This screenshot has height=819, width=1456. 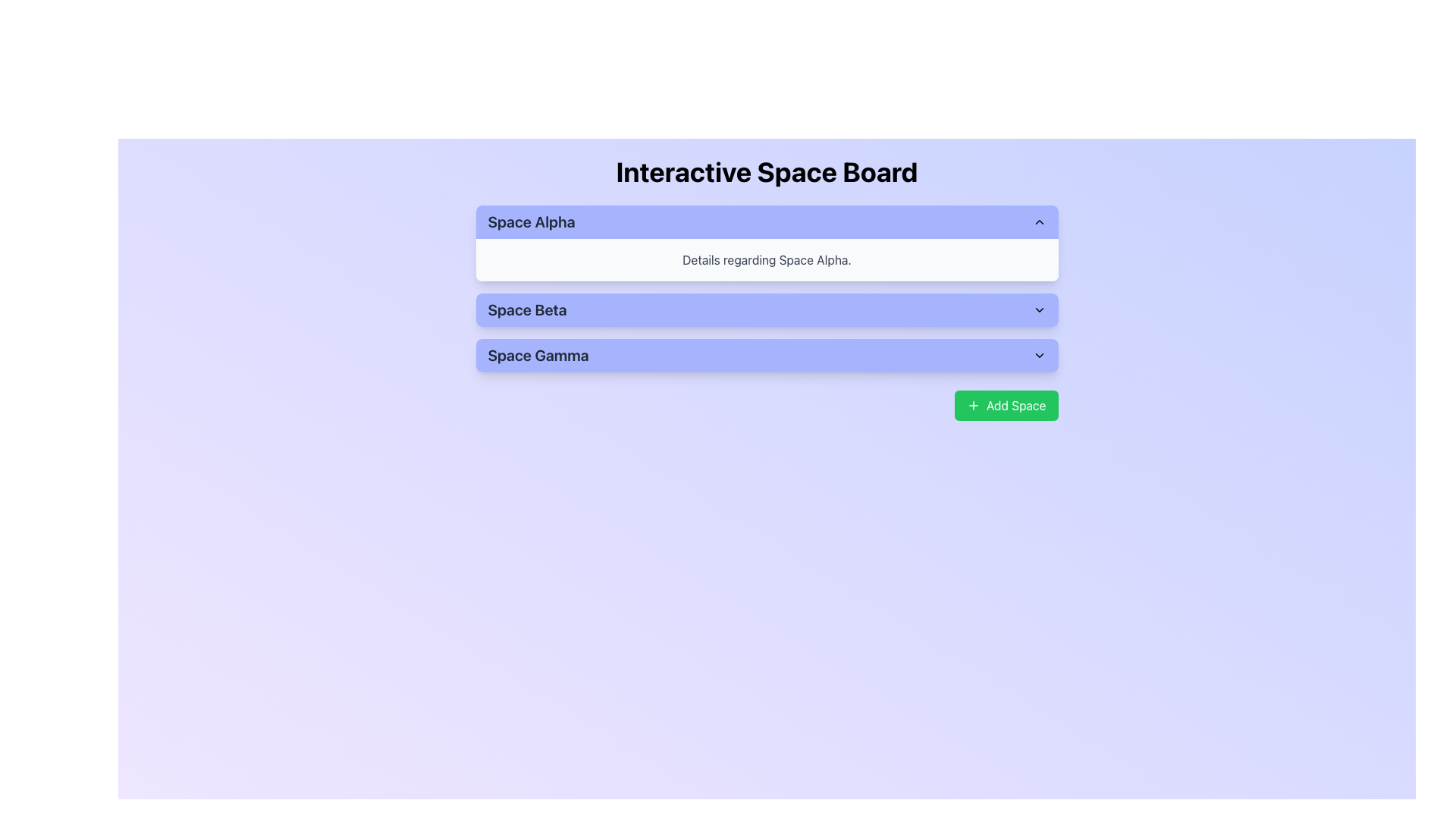 What do you see at coordinates (767, 171) in the screenshot?
I see `the text heading displaying the title 'Interactive Space Board', which is prominently styled in large, bold, center-aligned black text on a light background` at bounding box center [767, 171].